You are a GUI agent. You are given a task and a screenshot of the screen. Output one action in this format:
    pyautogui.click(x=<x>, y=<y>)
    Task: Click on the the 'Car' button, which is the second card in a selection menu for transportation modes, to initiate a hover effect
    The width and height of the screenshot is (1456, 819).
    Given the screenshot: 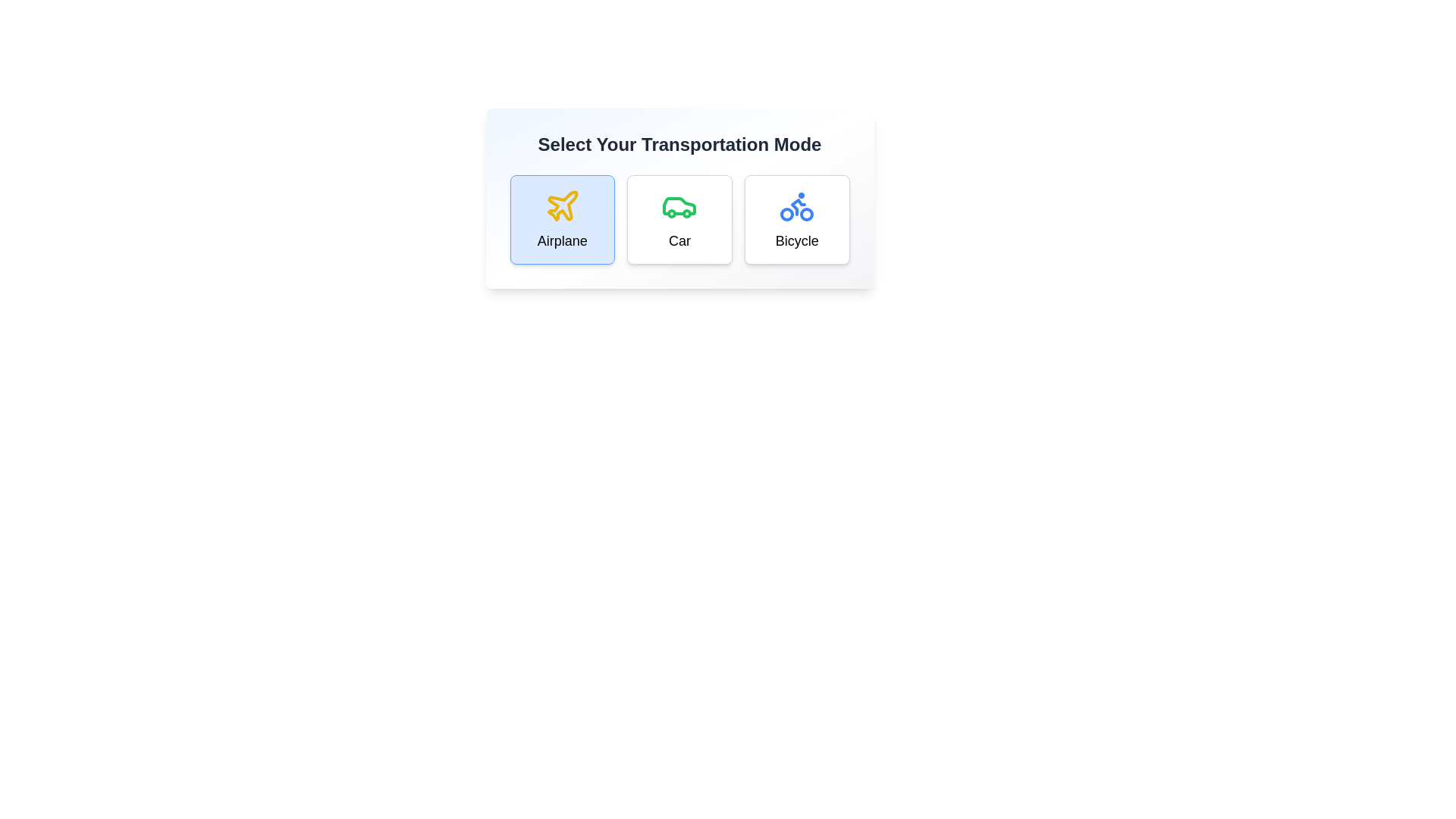 What is the action you would take?
    pyautogui.click(x=679, y=219)
    